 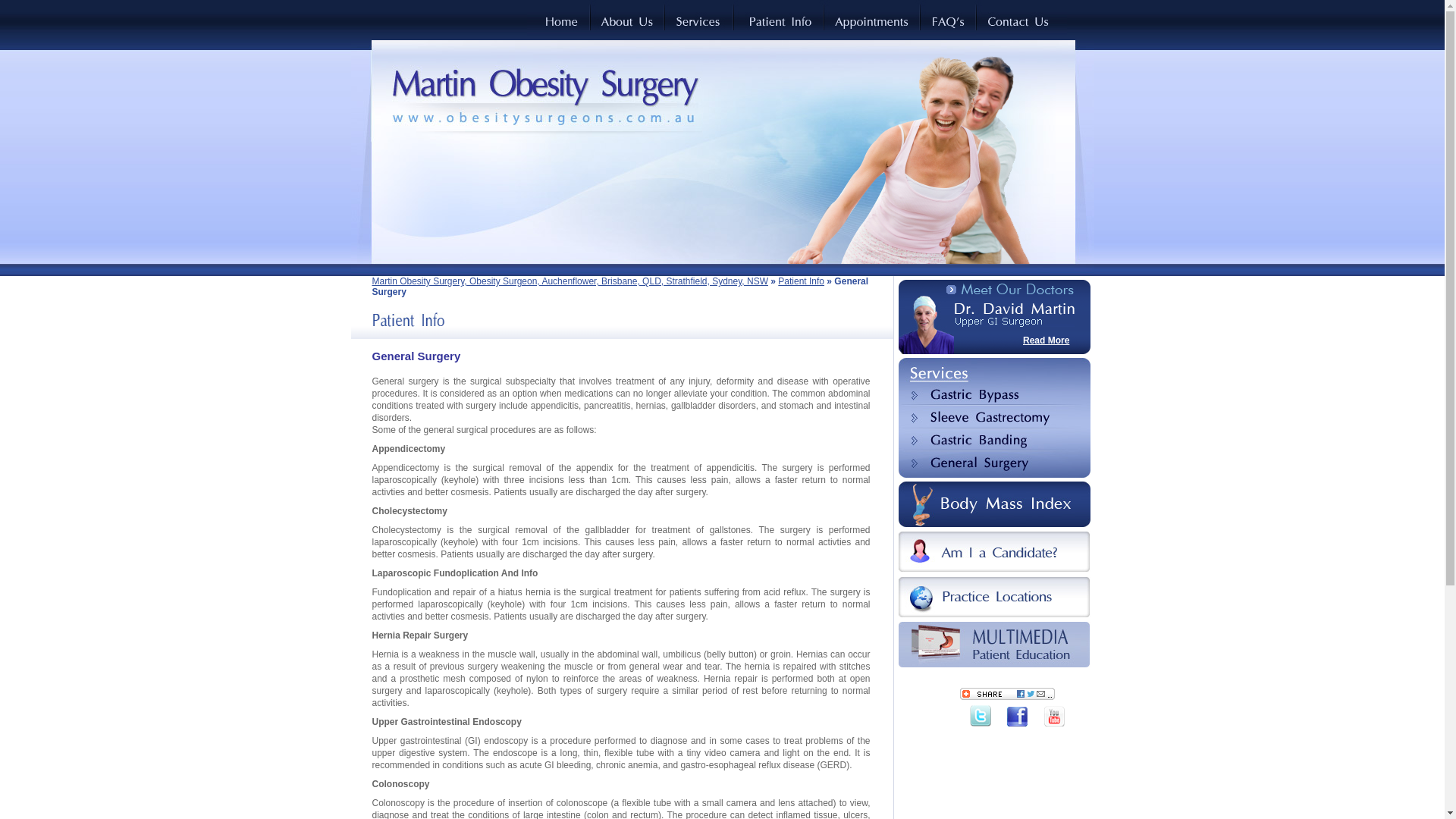 What do you see at coordinates (778, 281) in the screenshot?
I see `'Patient Info'` at bounding box center [778, 281].